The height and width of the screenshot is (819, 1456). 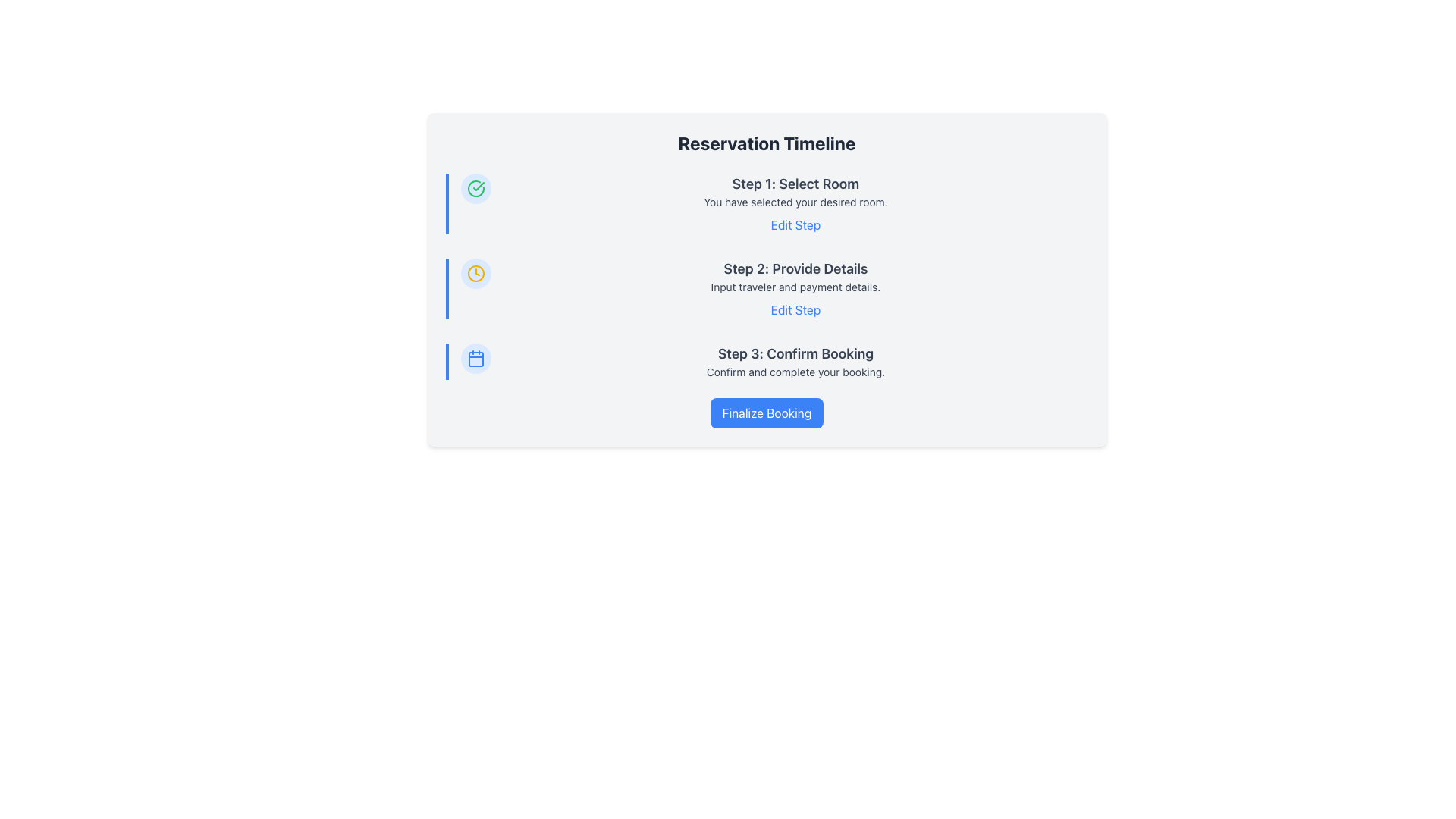 I want to click on text label at the top of the reservation process timeline card, which indicates the sections pertaining to the reservation process, so click(x=767, y=143).